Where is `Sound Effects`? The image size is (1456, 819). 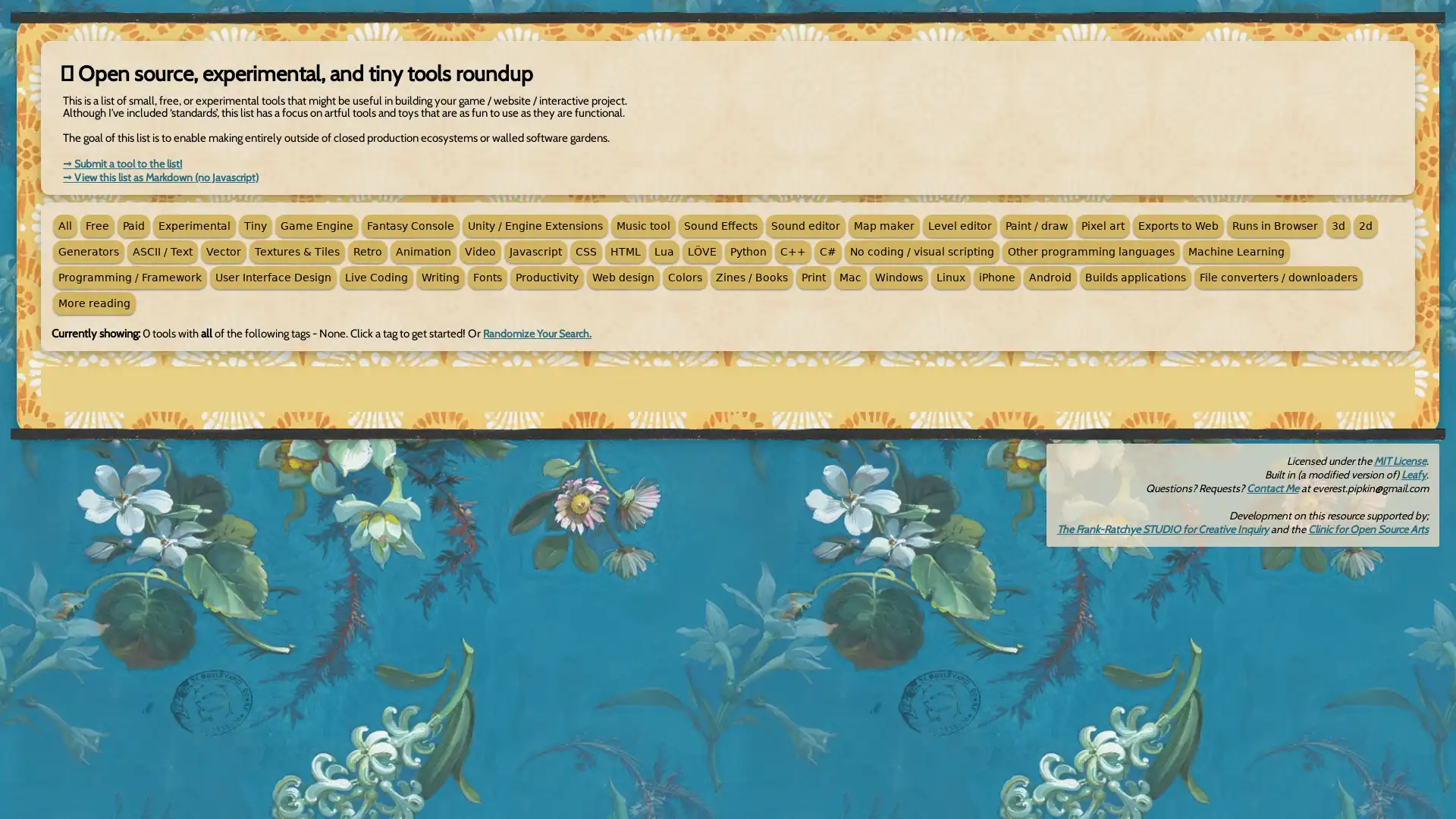 Sound Effects is located at coordinates (720, 225).